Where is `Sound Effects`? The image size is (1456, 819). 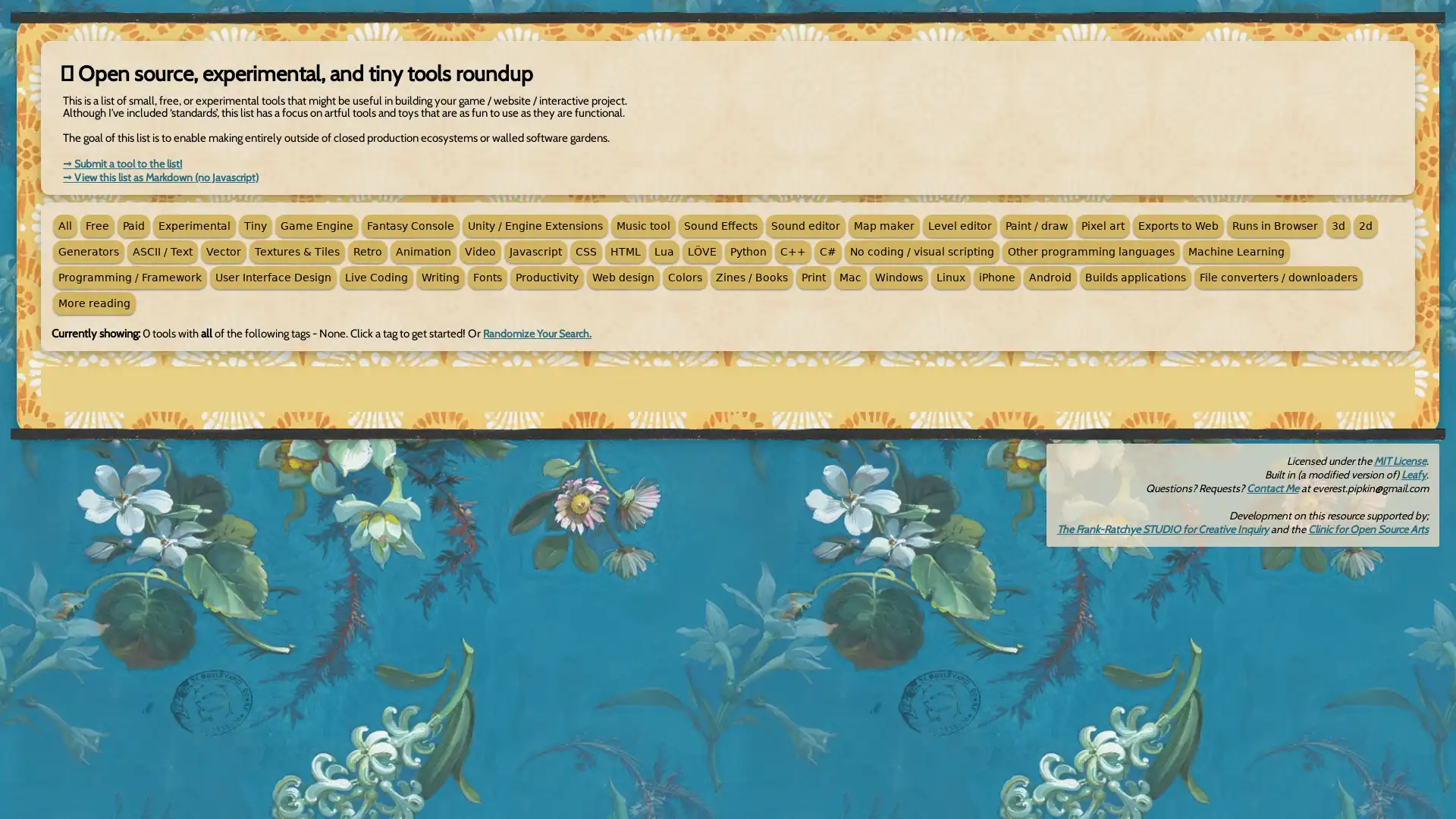 Sound Effects is located at coordinates (720, 225).